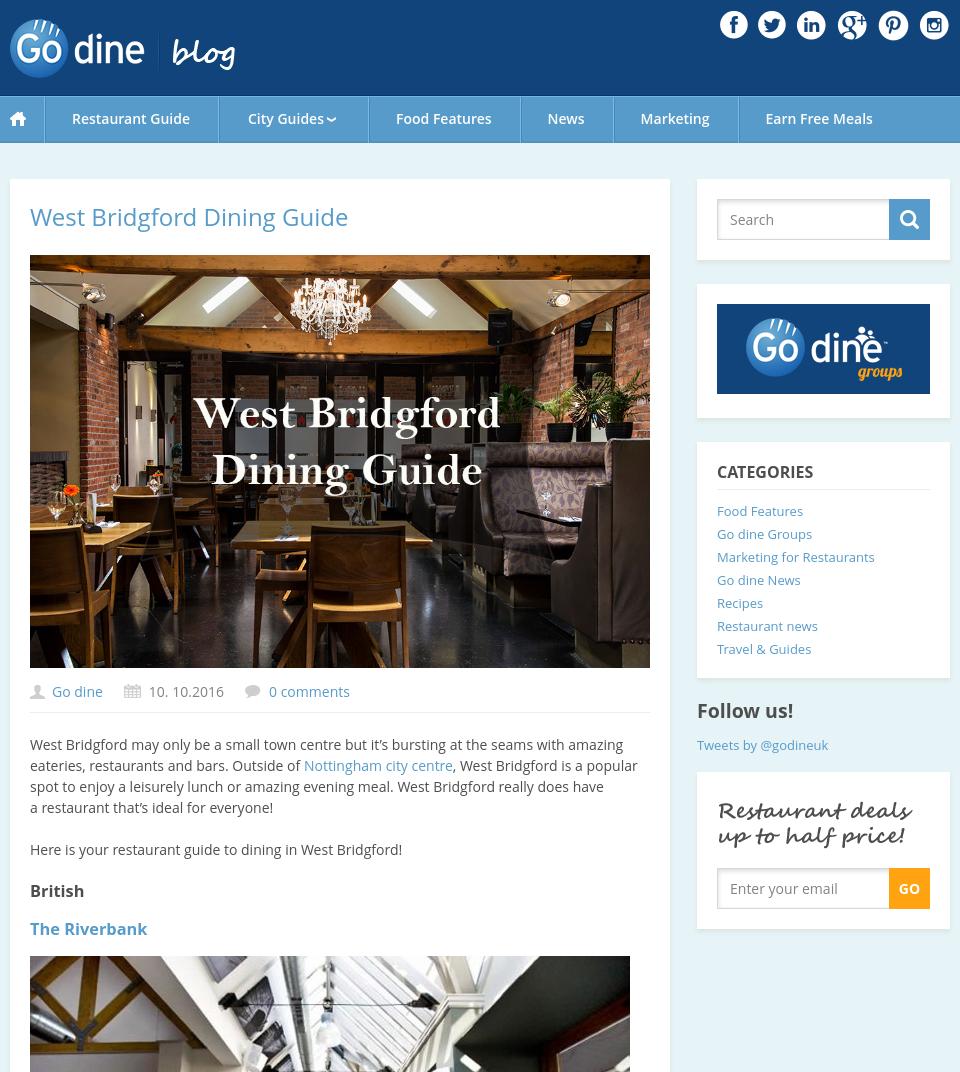 This screenshot has height=1072, width=960. Describe the element at coordinates (246, 118) in the screenshot. I see `'City Guides'` at that location.